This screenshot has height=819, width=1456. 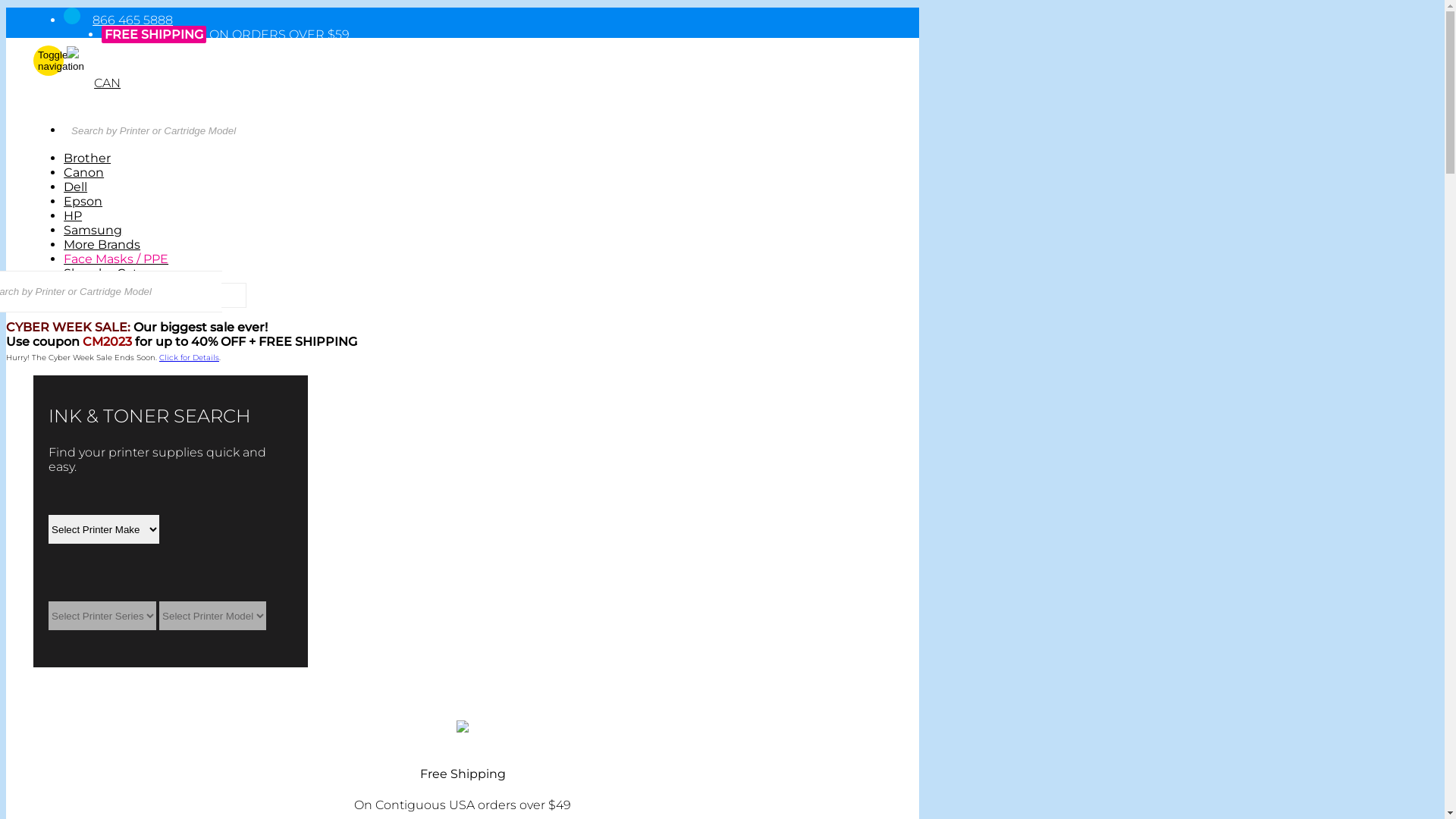 What do you see at coordinates (75, 60) in the screenshot?
I see `'USA'` at bounding box center [75, 60].